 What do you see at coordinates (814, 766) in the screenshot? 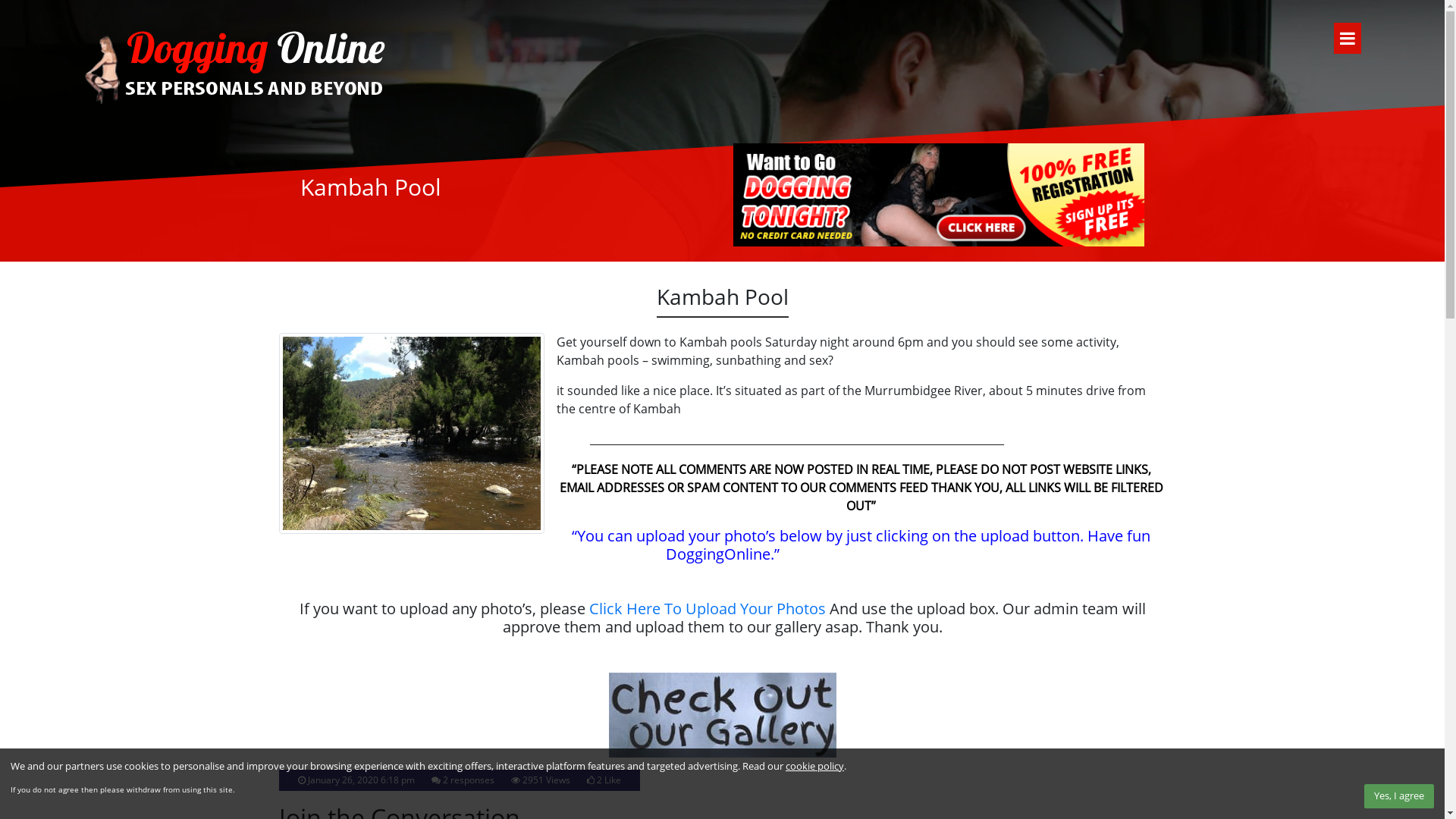
I see `'cookie policy'` at bounding box center [814, 766].